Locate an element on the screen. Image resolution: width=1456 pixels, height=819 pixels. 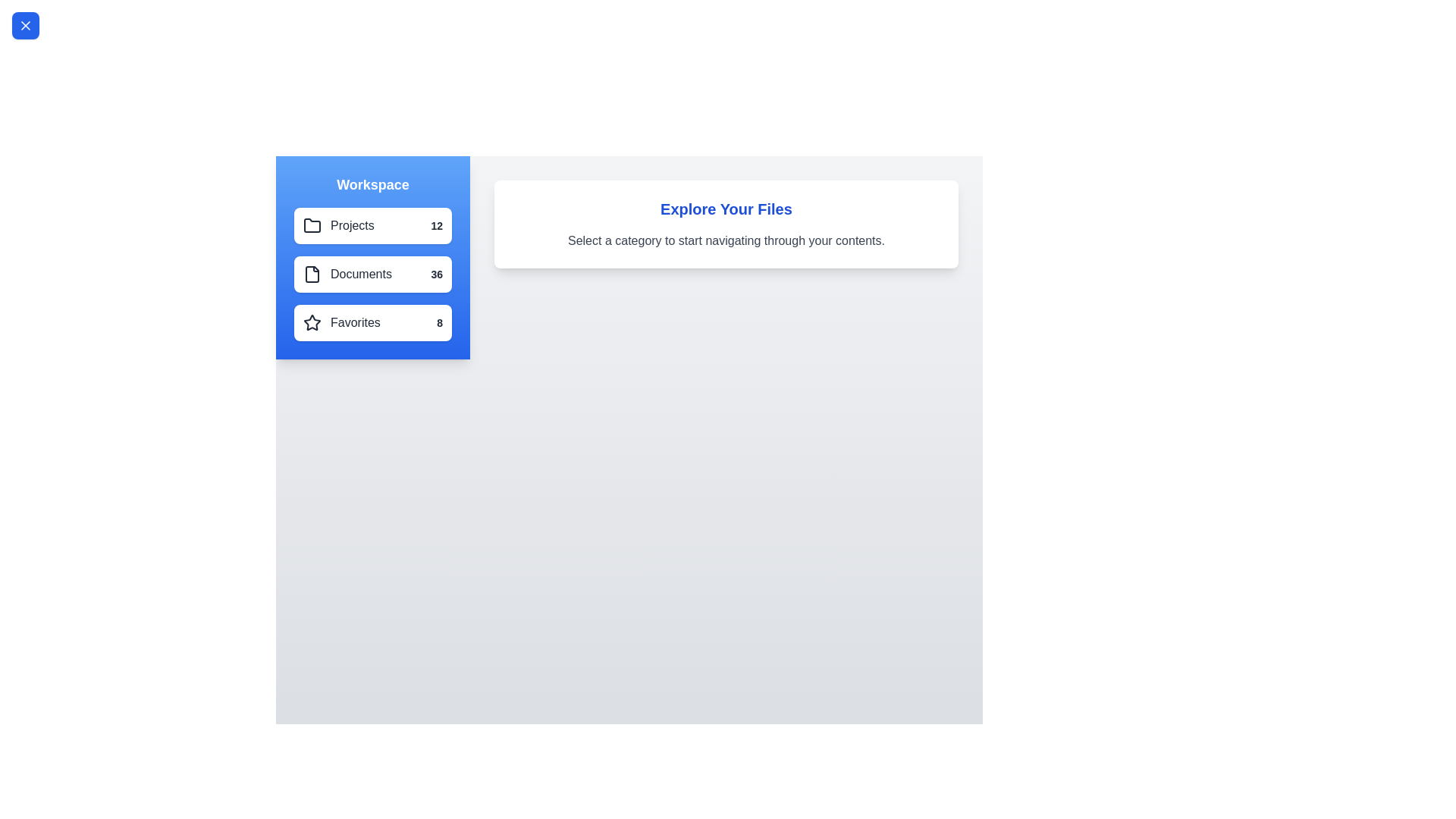
toggle button located at the top-left corner of the screen to toggle the drawer visibility is located at coordinates (25, 26).